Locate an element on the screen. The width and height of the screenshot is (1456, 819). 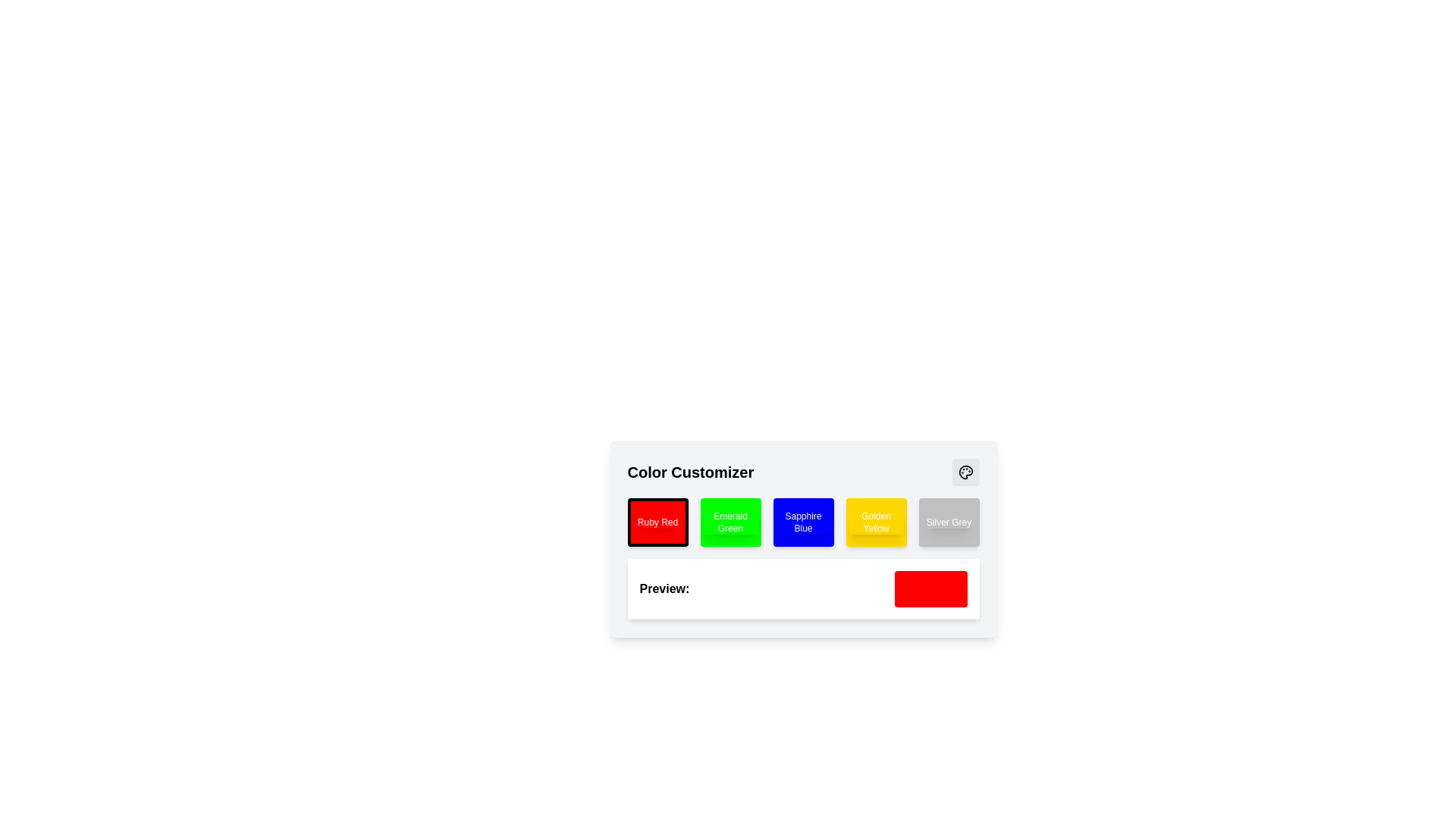
the Text Label that serves as the label for the 'Silver Grey' button in the Color Customizer interface is located at coordinates (948, 522).